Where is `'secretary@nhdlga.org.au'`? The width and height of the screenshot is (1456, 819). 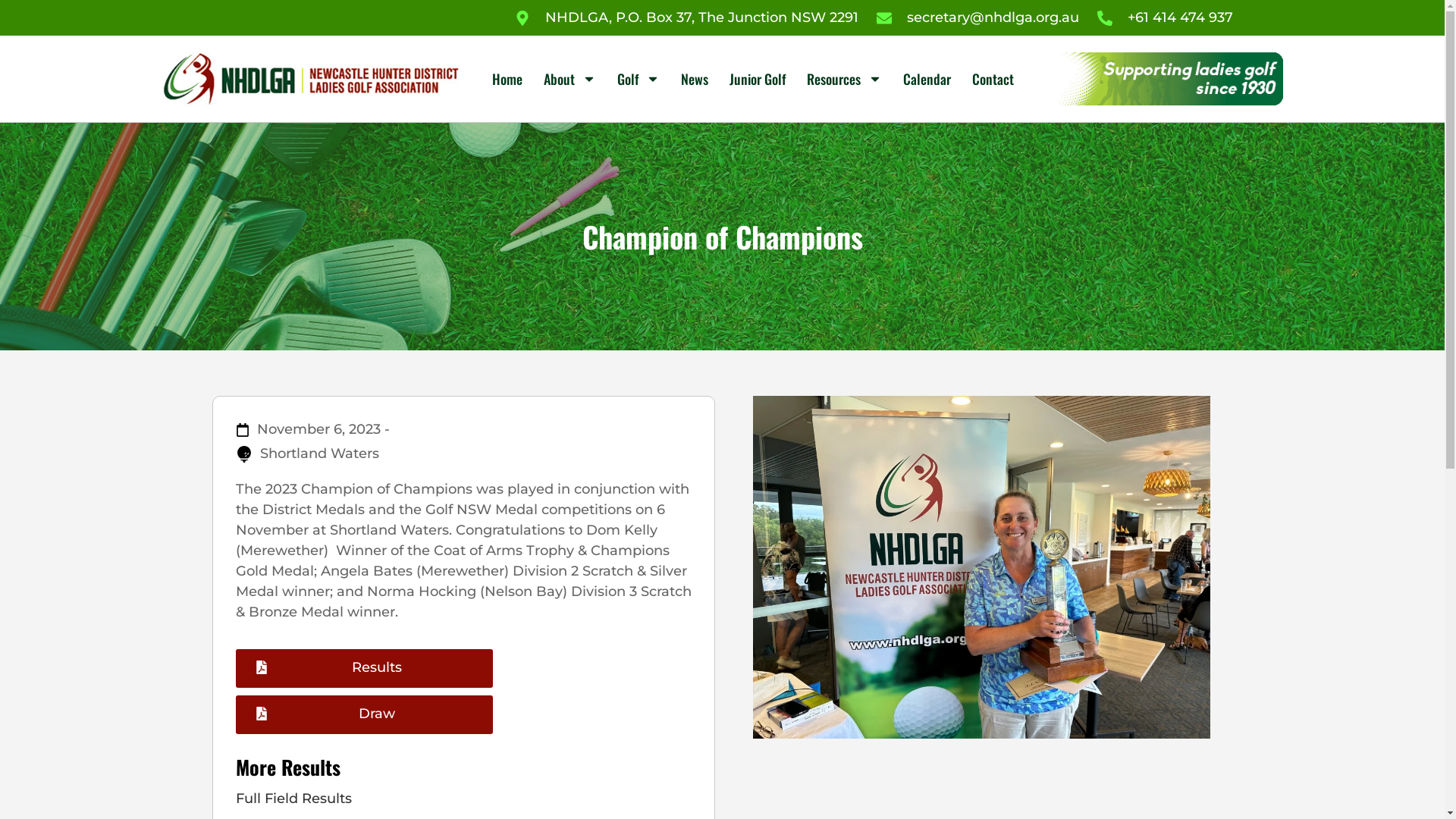 'secretary@nhdlga.org.au' is located at coordinates (977, 17).